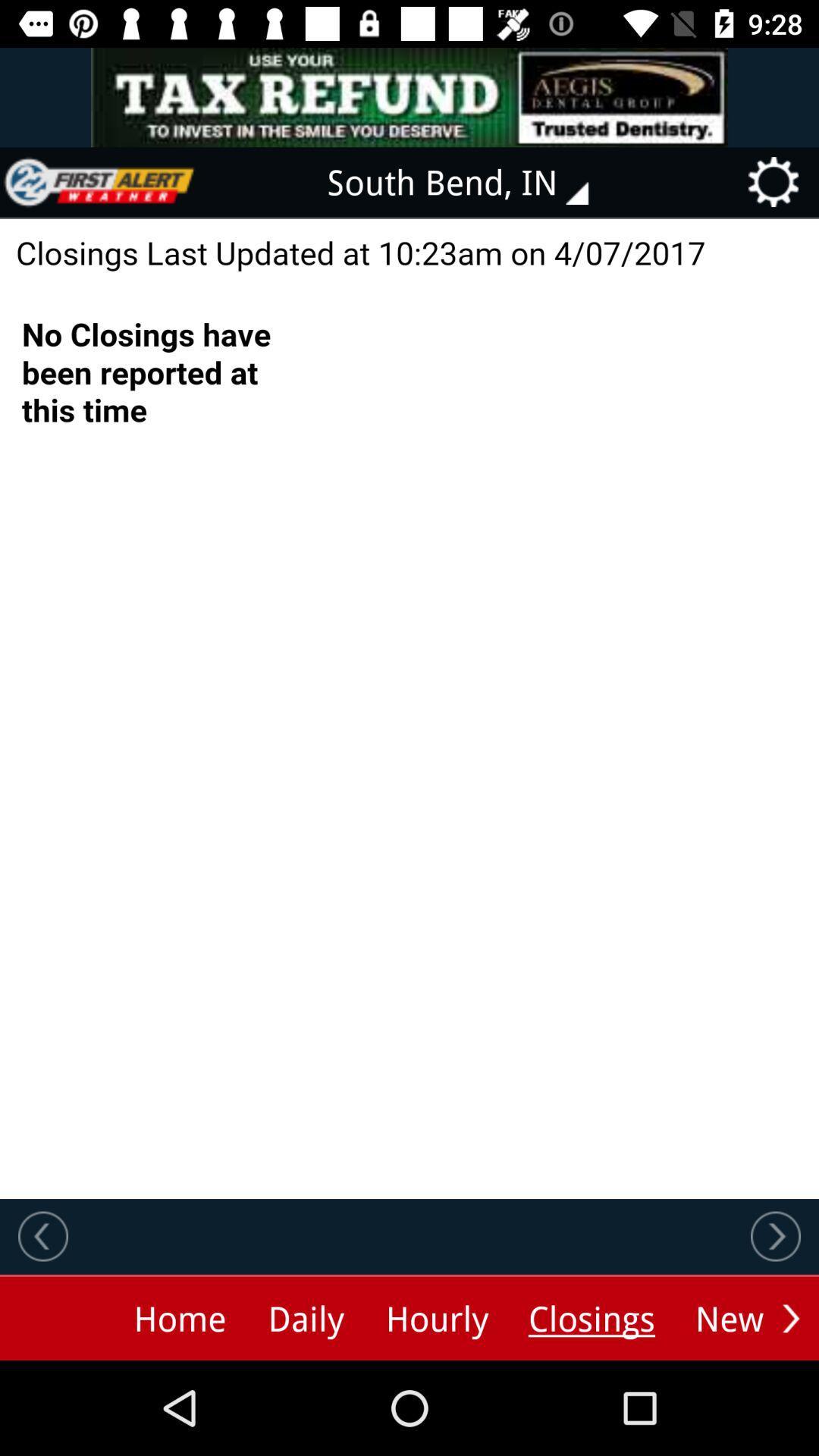 This screenshot has height=1456, width=819. Describe the element at coordinates (790, 1317) in the screenshot. I see `next menu` at that location.